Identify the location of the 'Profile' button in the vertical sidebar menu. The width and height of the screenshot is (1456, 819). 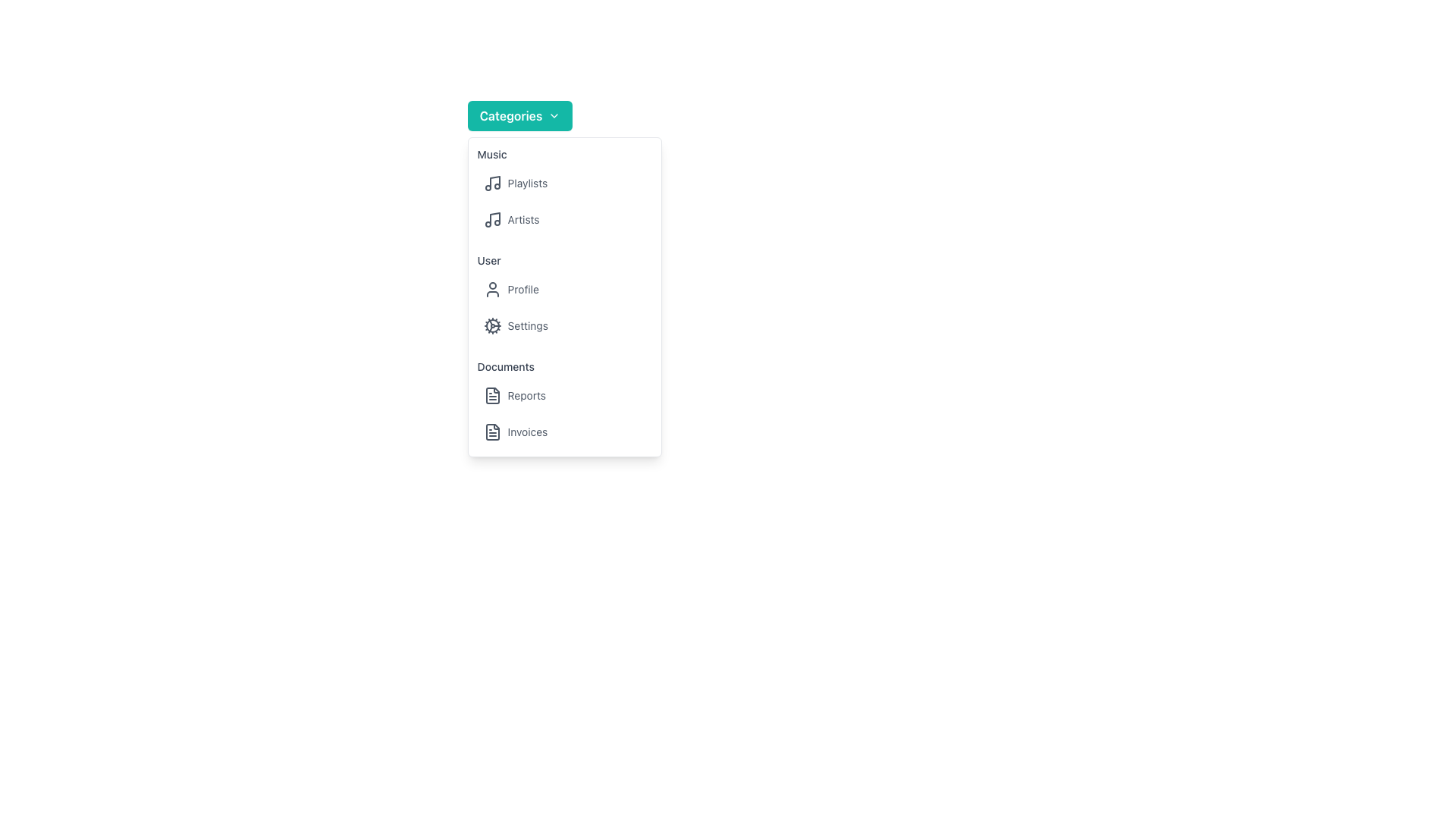
(563, 289).